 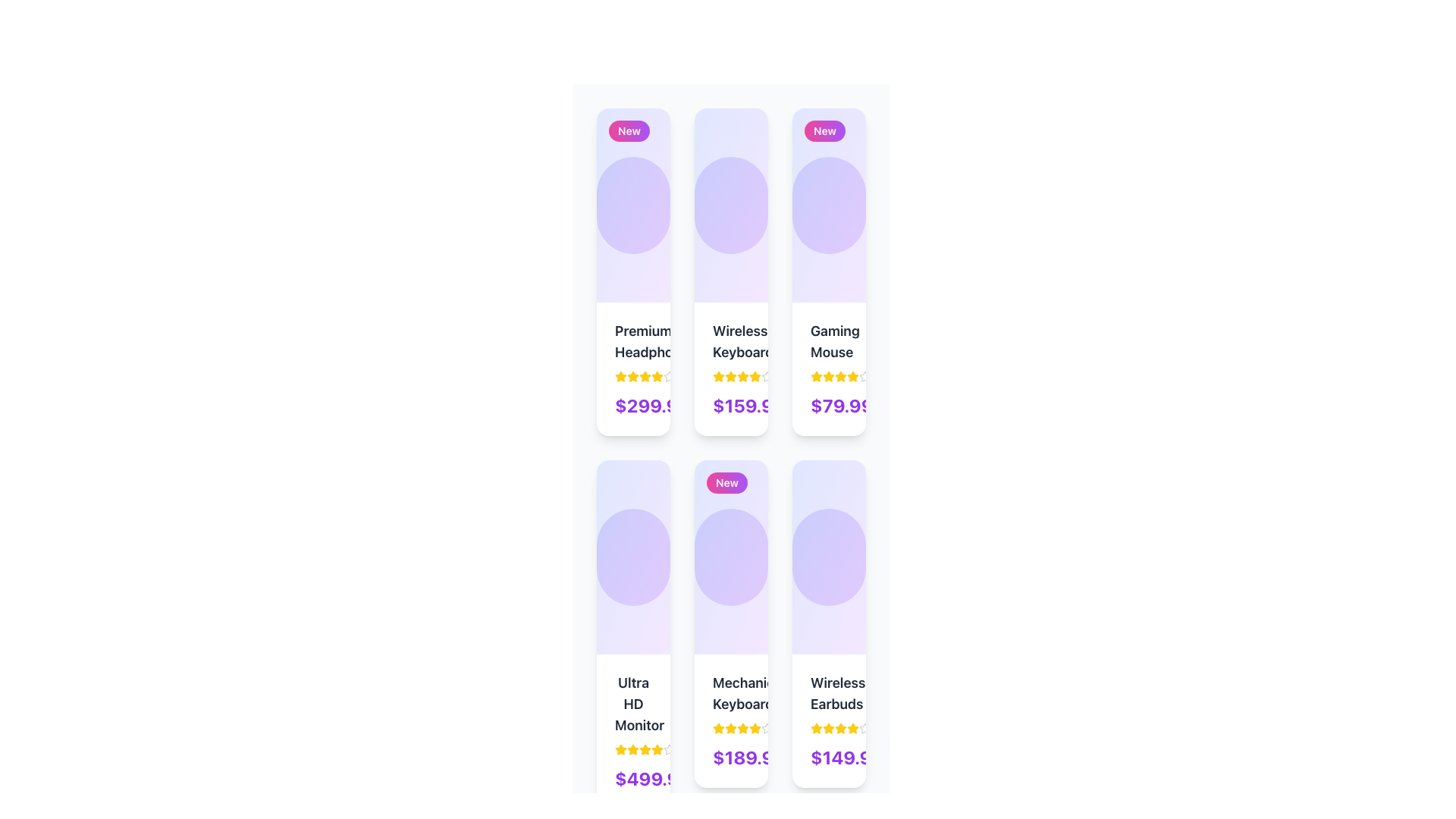 What do you see at coordinates (815, 376) in the screenshot?
I see `the first yellow star icon used for rating under the product item 'Gaming Mouse'` at bounding box center [815, 376].